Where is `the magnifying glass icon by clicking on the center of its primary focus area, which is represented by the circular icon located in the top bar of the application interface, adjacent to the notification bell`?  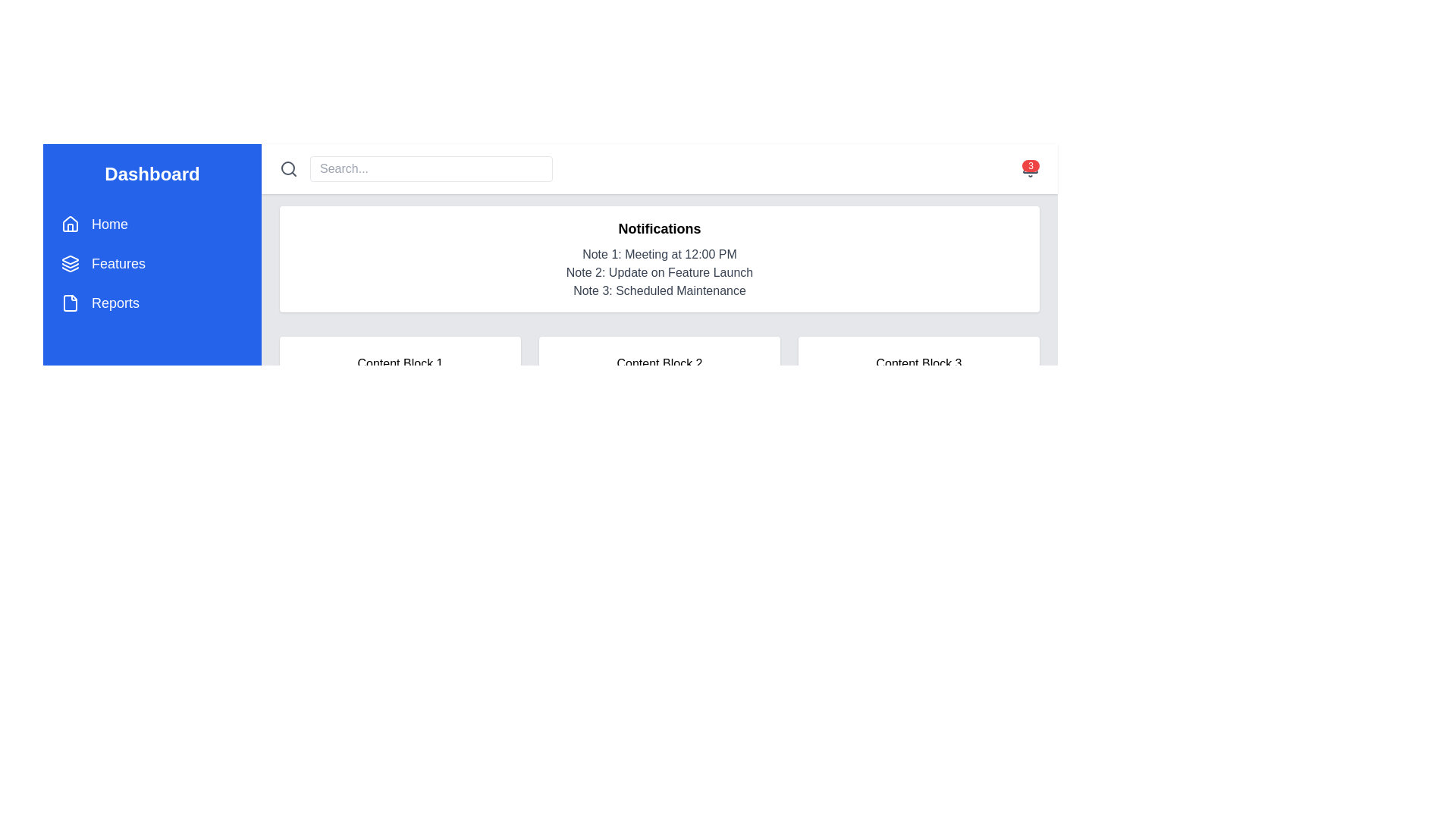 the magnifying glass icon by clicking on the center of its primary focus area, which is represented by the circular icon located in the top bar of the application interface, adjacent to the notification bell is located at coordinates (287, 168).